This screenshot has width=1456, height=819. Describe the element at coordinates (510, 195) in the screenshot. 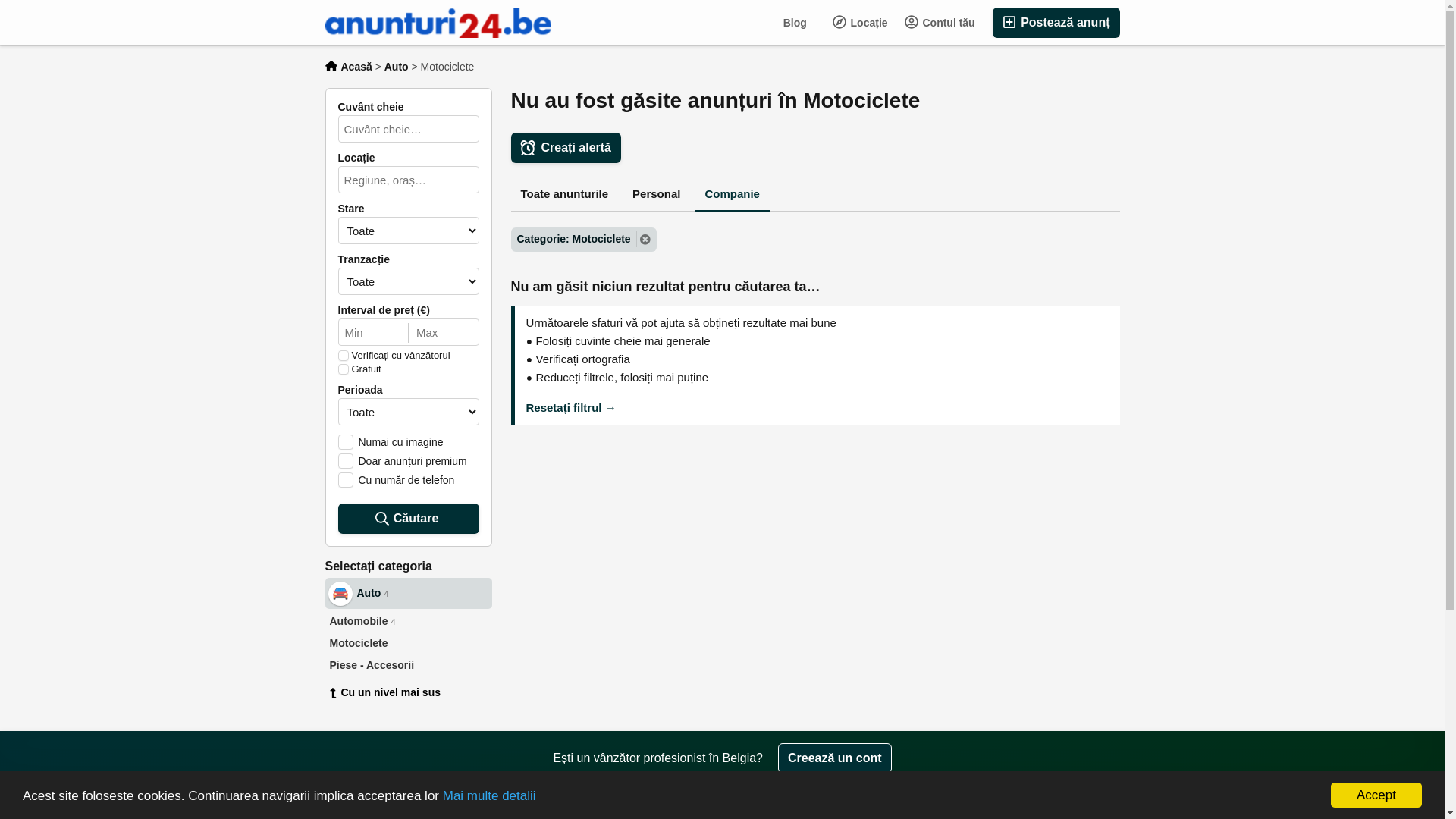

I see `'Toate anunturile'` at that location.